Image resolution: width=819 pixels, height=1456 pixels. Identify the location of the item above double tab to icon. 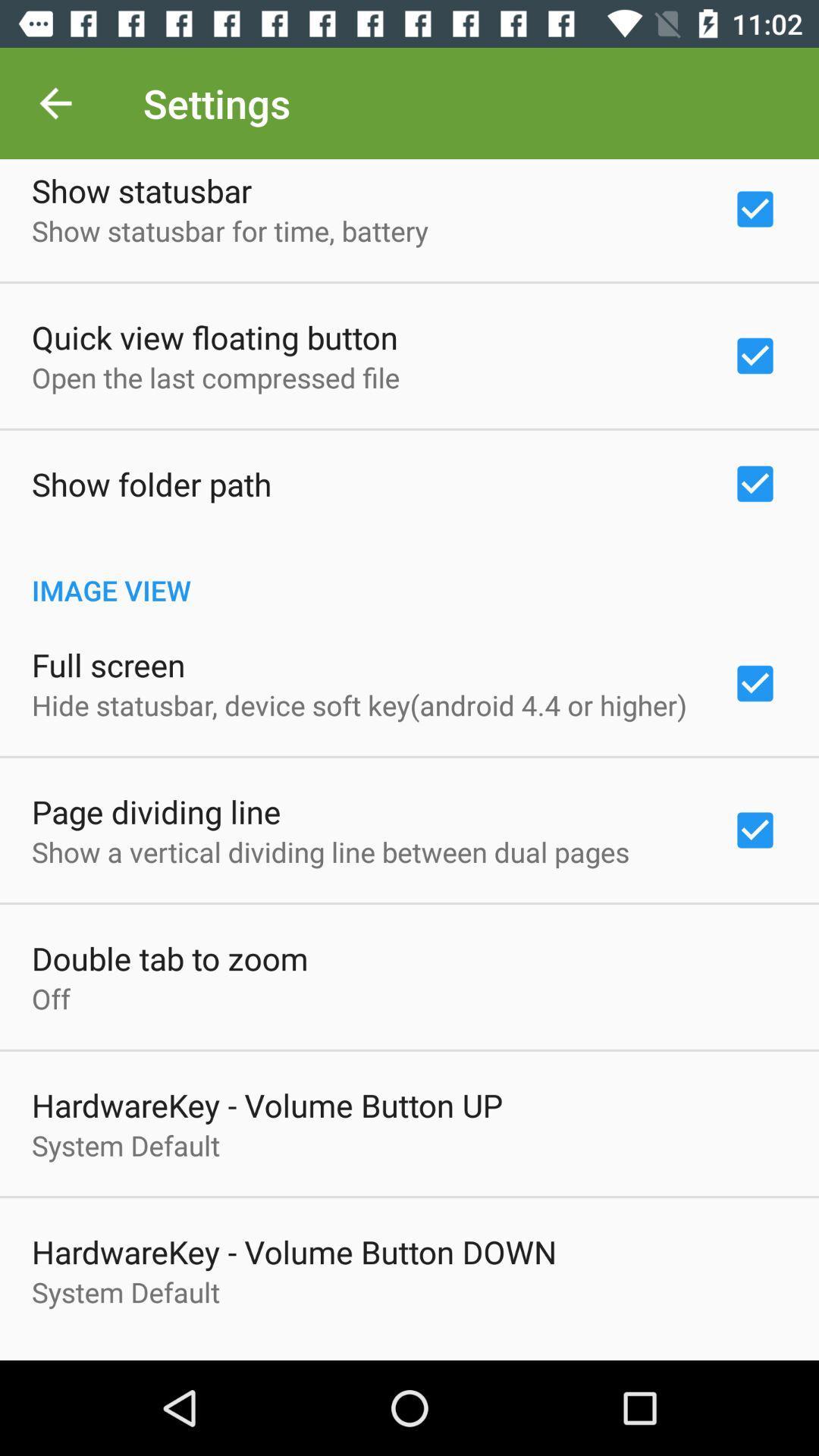
(330, 852).